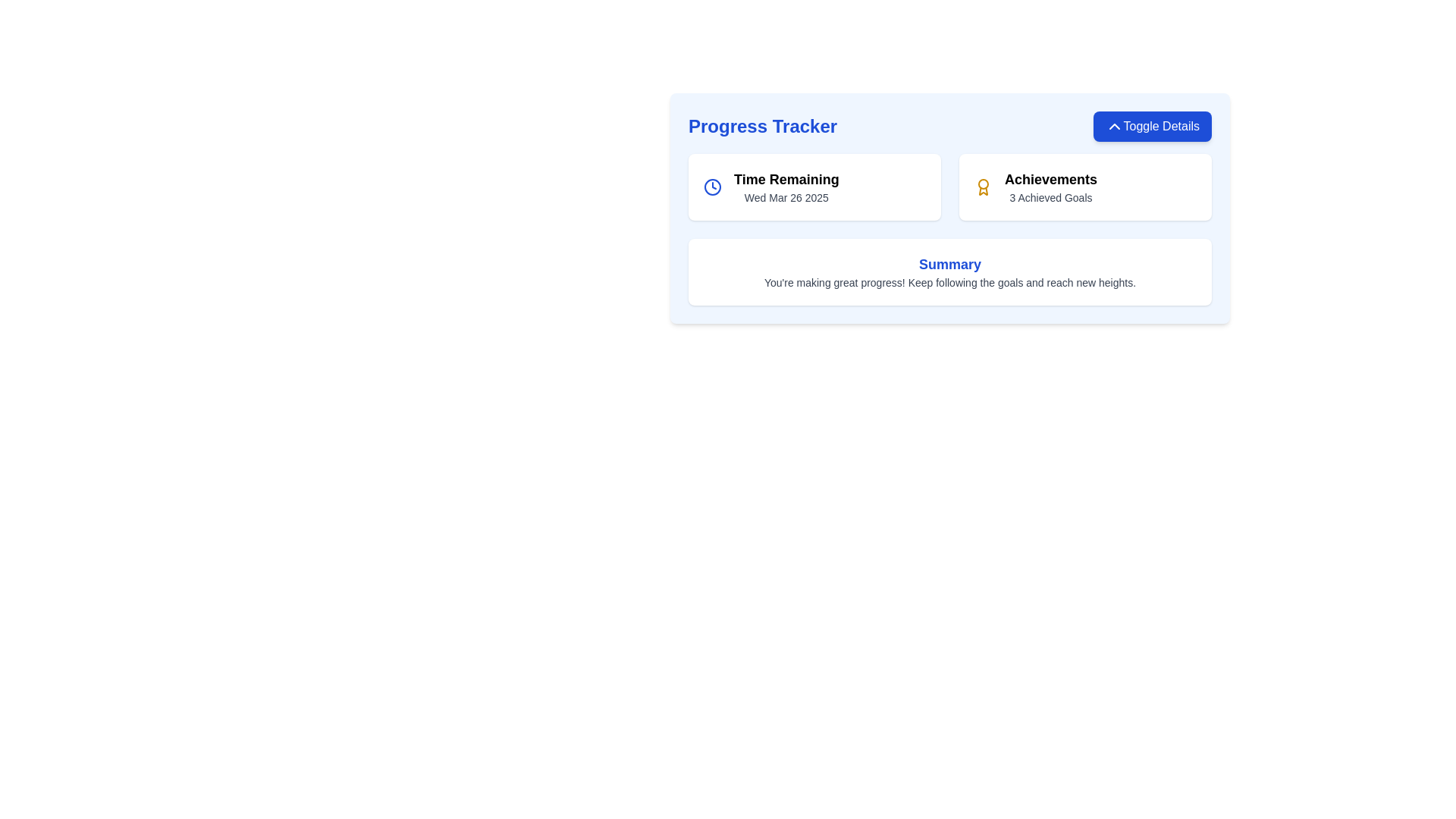 Image resolution: width=1456 pixels, height=819 pixels. What do you see at coordinates (1050, 197) in the screenshot?
I see `the text displaying '3 Achieved Goals' located beneath the 'Achievements' title in the top-right card section of the interface` at bounding box center [1050, 197].